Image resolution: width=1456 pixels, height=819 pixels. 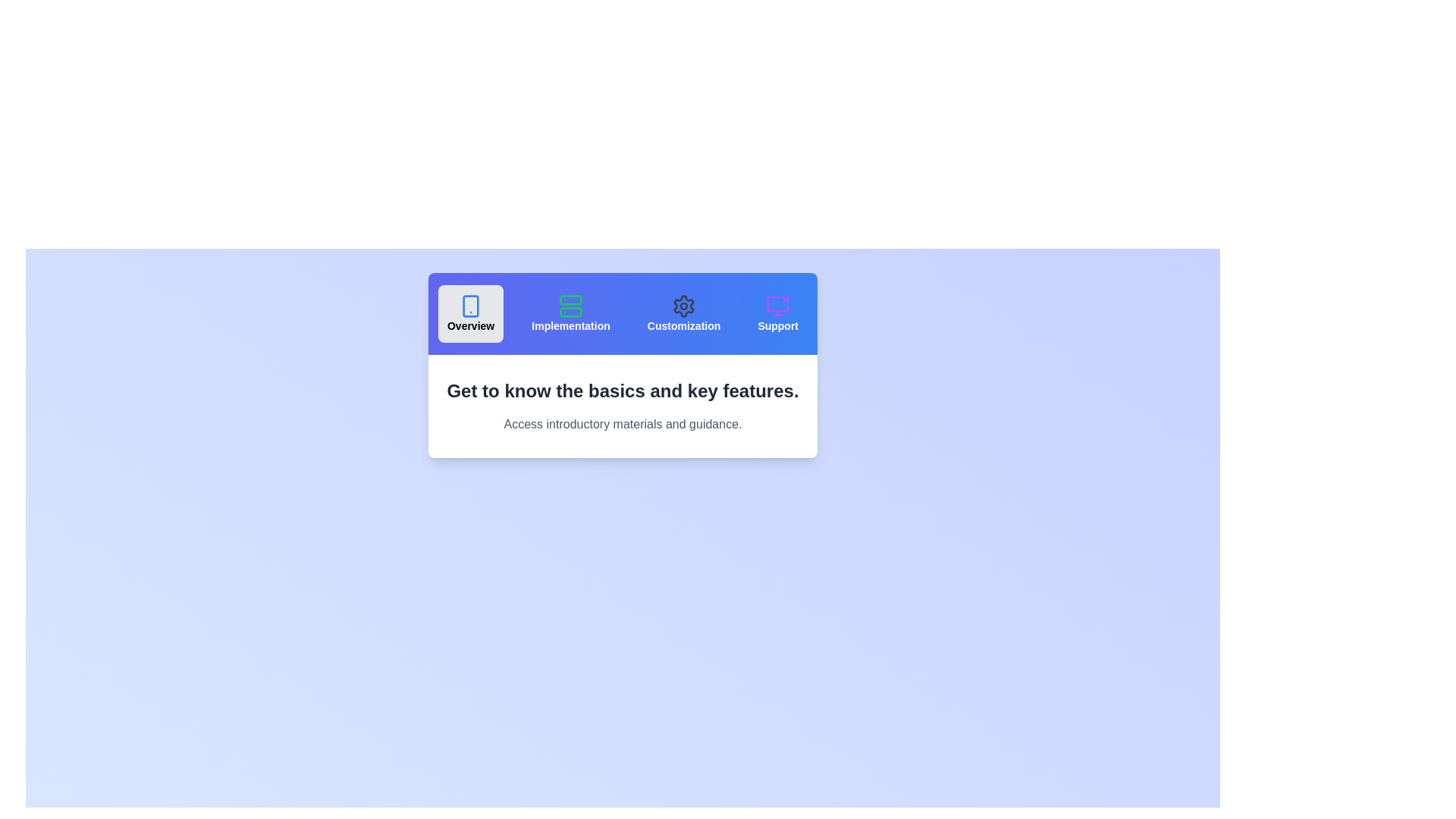 What do you see at coordinates (570, 312) in the screenshot?
I see `the tab labeled Implementation to view its details` at bounding box center [570, 312].